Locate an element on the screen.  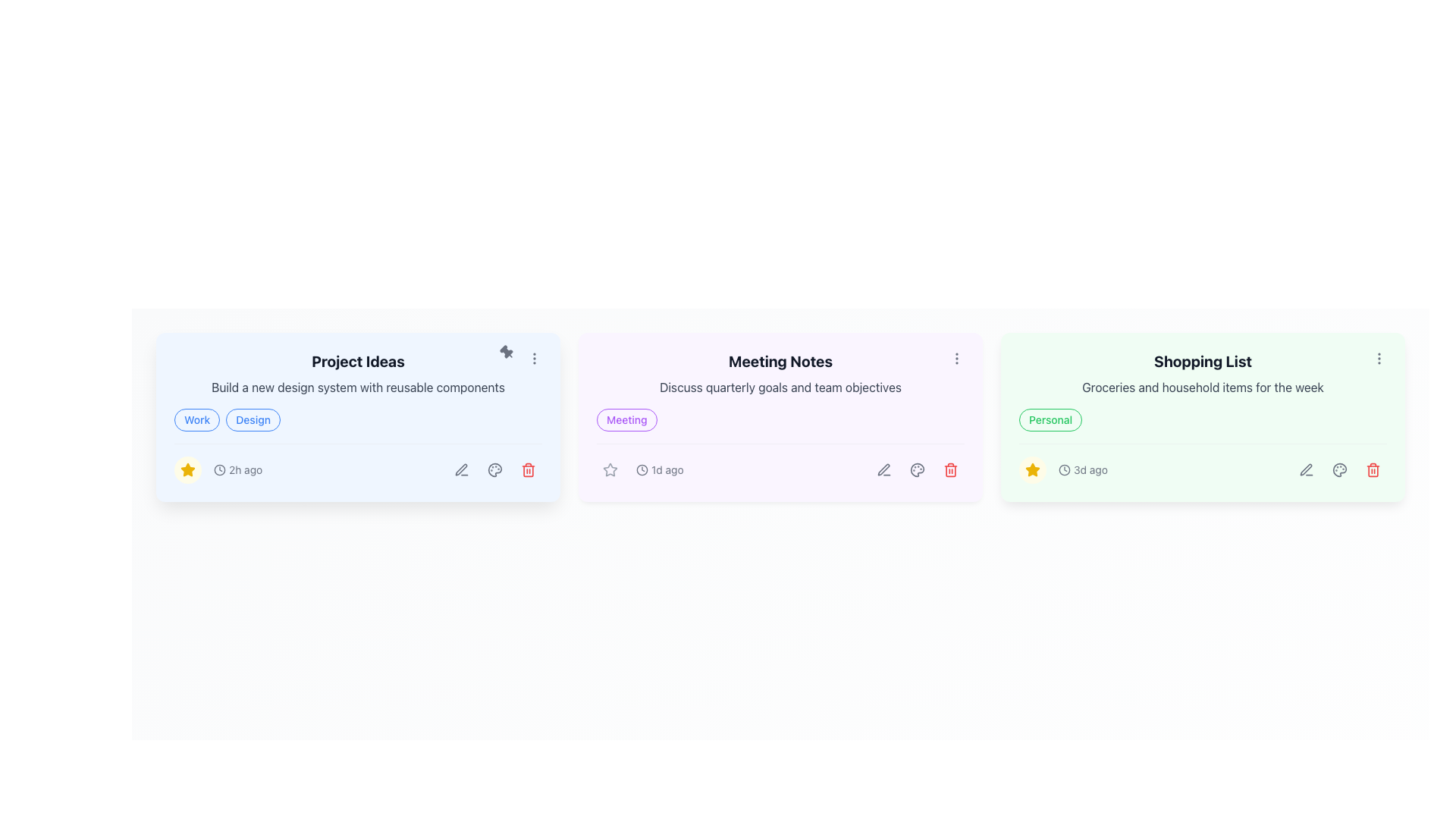
the delete icon located in the lower-right corner of the third card labeled 'Shopping List' is located at coordinates (1373, 469).